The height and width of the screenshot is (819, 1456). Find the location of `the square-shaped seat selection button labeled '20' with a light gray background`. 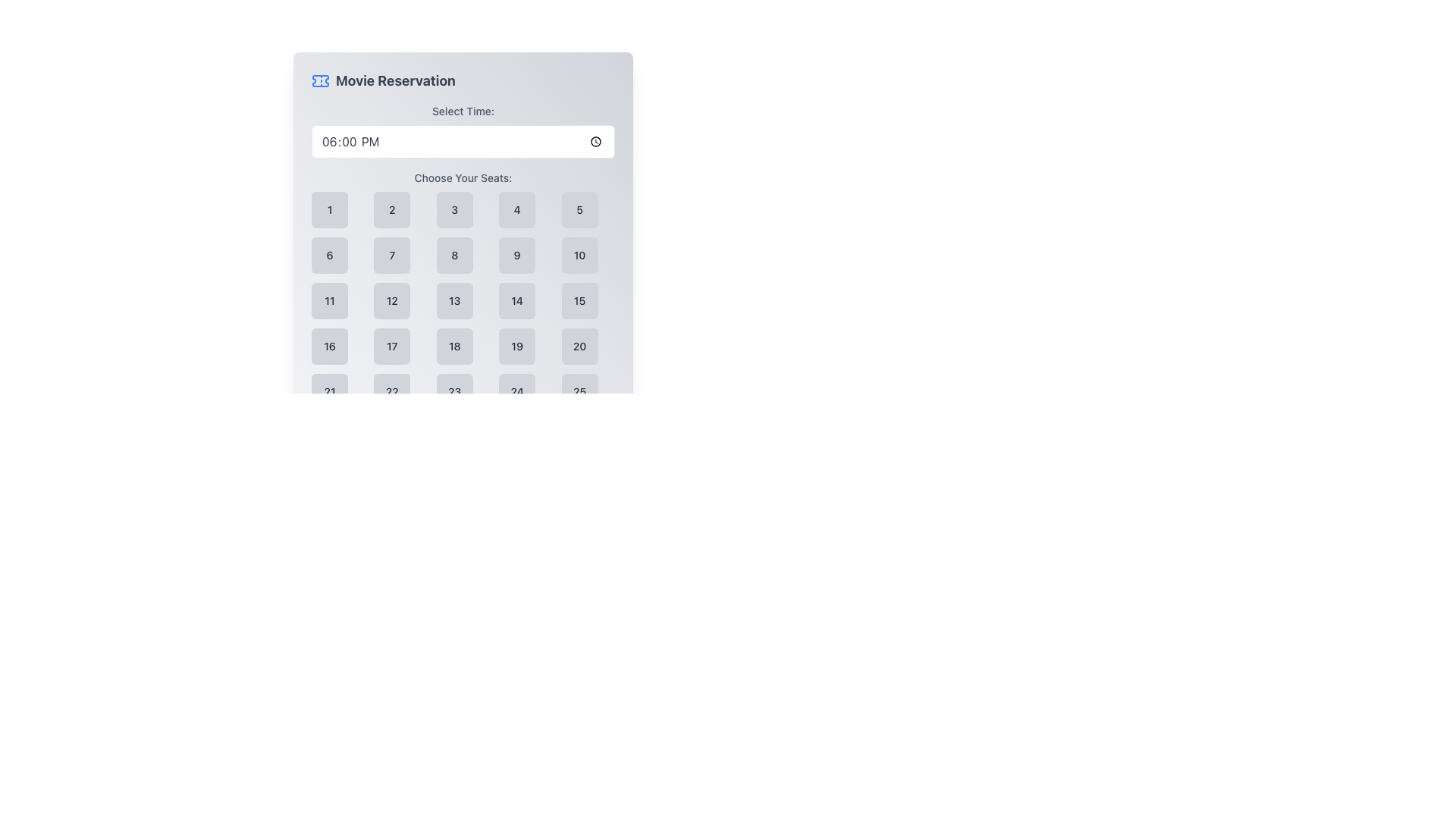

the square-shaped seat selection button labeled '20' with a light gray background is located at coordinates (579, 346).